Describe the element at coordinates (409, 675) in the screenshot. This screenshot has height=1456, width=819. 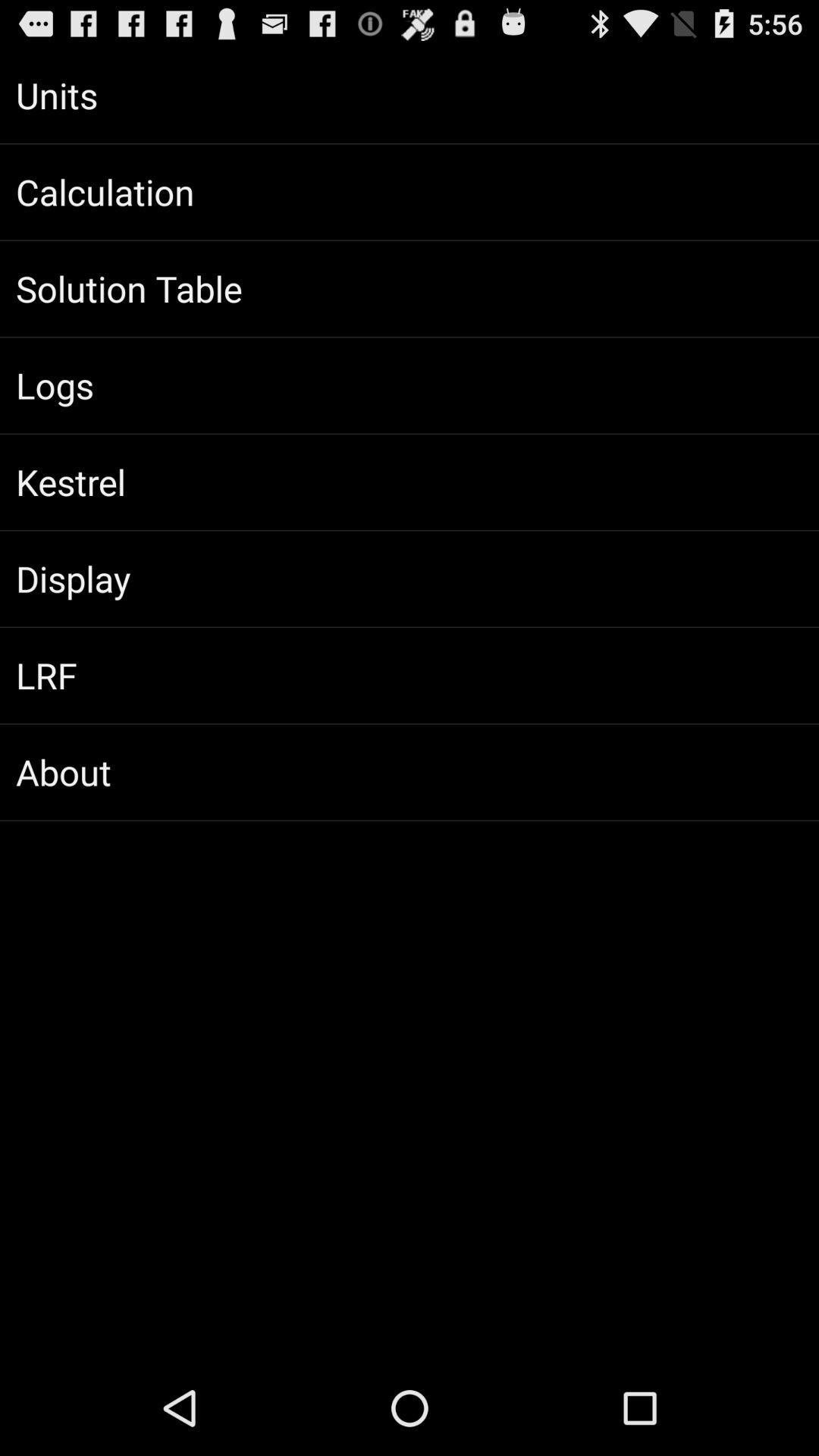
I see `the app above about item` at that location.